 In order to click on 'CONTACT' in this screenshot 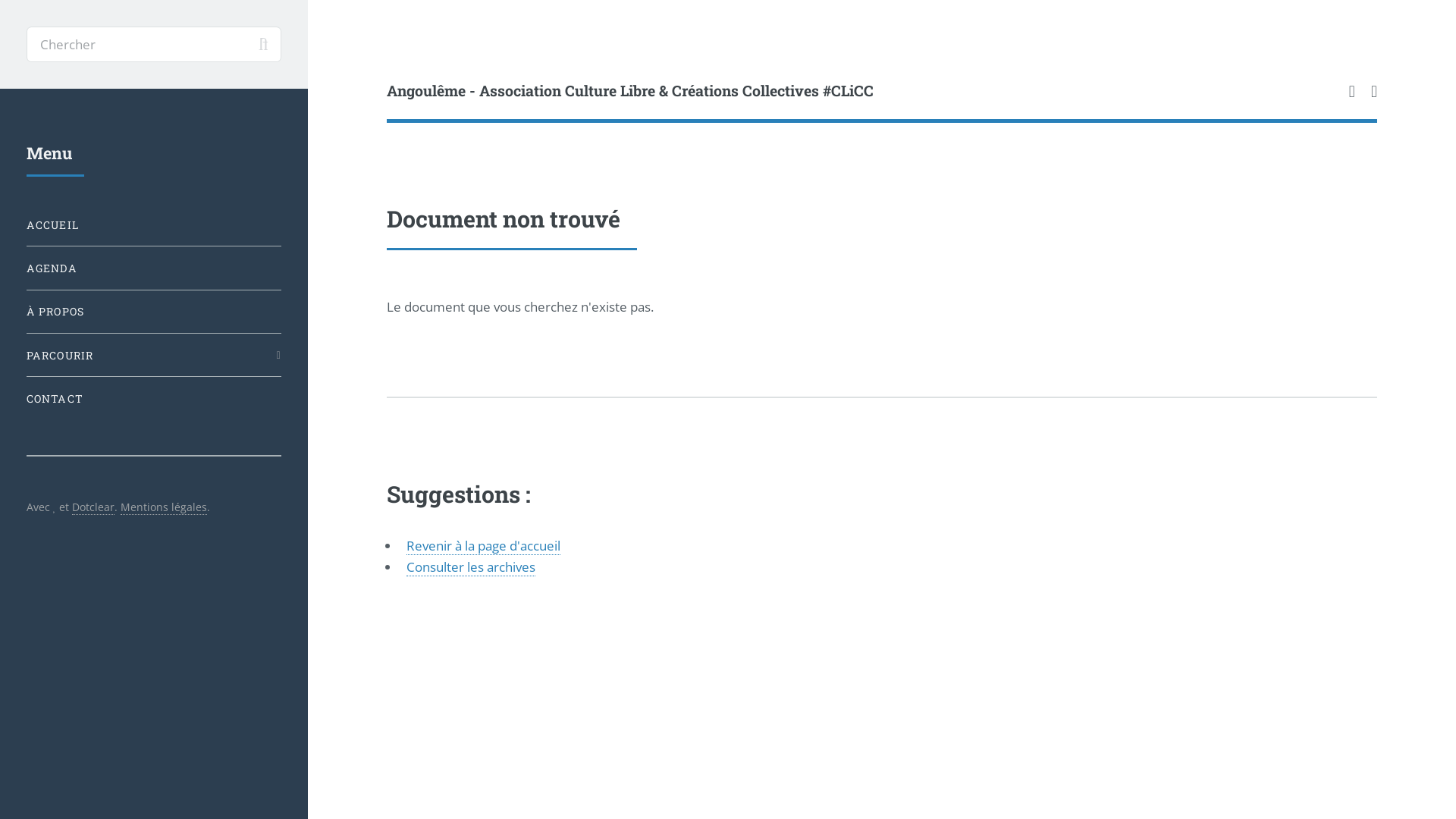, I will do `click(153, 397)`.